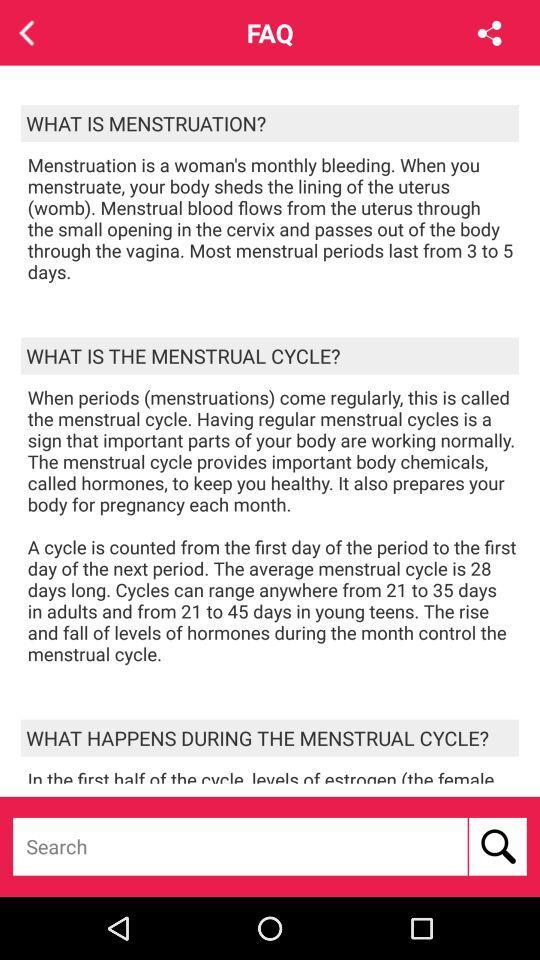 Image resolution: width=540 pixels, height=960 pixels. What do you see at coordinates (272, 774) in the screenshot?
I see `the item below the what happens during item` at bounding box center [272, 774].